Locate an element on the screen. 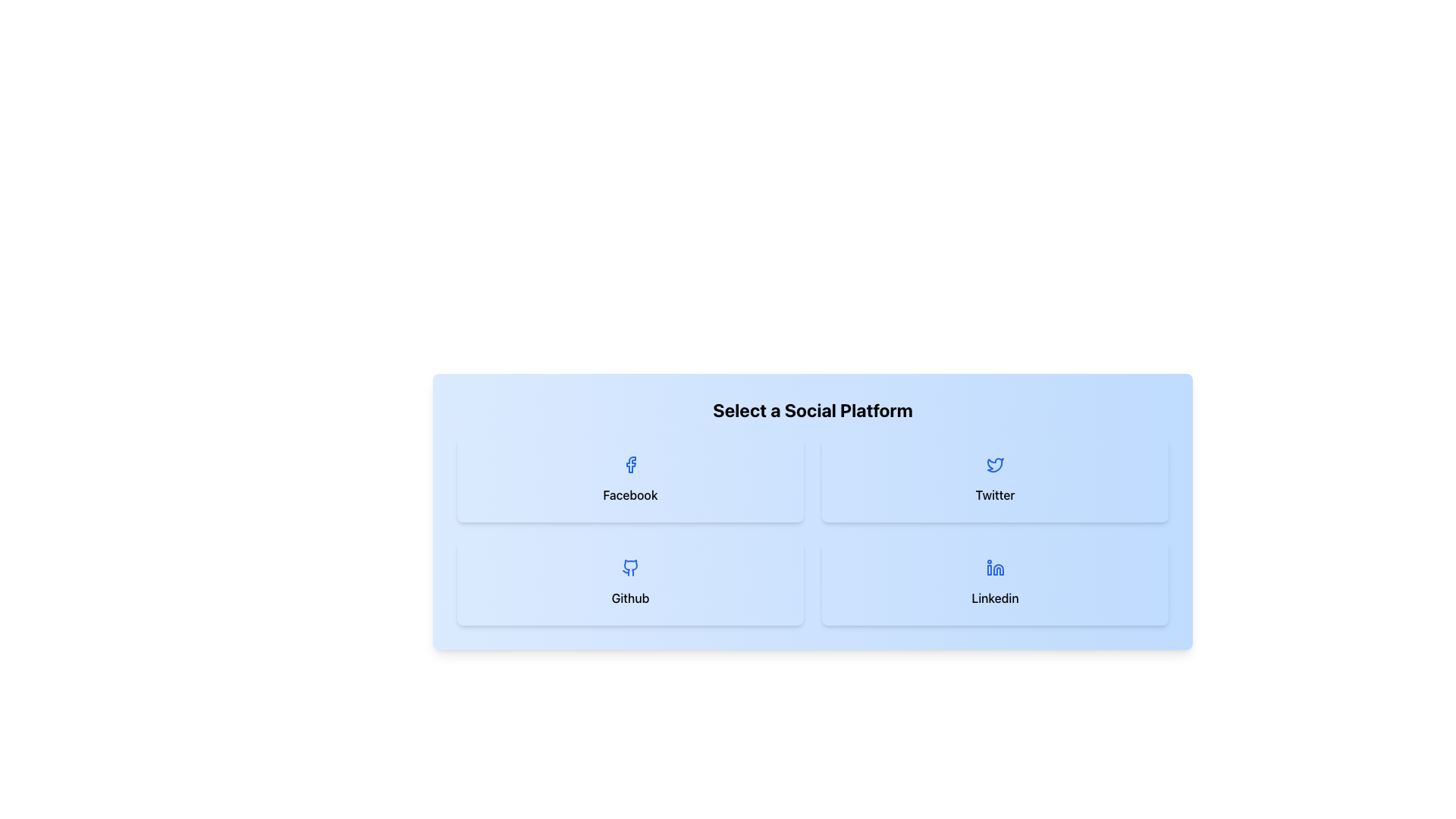 The height and width of the screenshot is (819, 1456). the GitHub button, which is a rectangular card with a light blue background, featuring a GitHub logo at the top and 'Github' in bold text at the bottom, located in the lower-left quadrant of a 2x2 grid of social media platform selection cards is located at coordinates (630, 582).